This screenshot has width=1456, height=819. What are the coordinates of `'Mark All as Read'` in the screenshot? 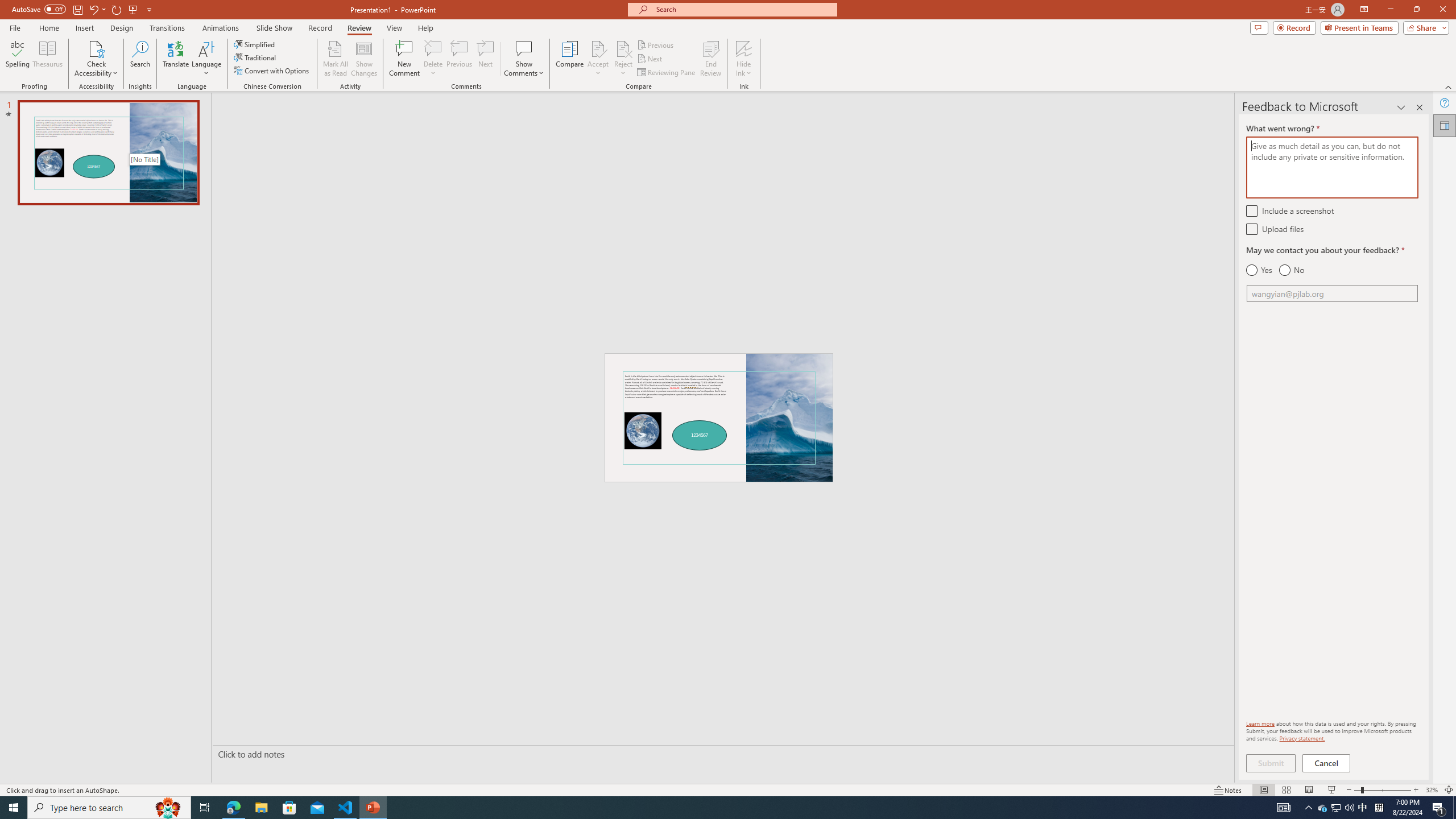 It's located at (336, 59).